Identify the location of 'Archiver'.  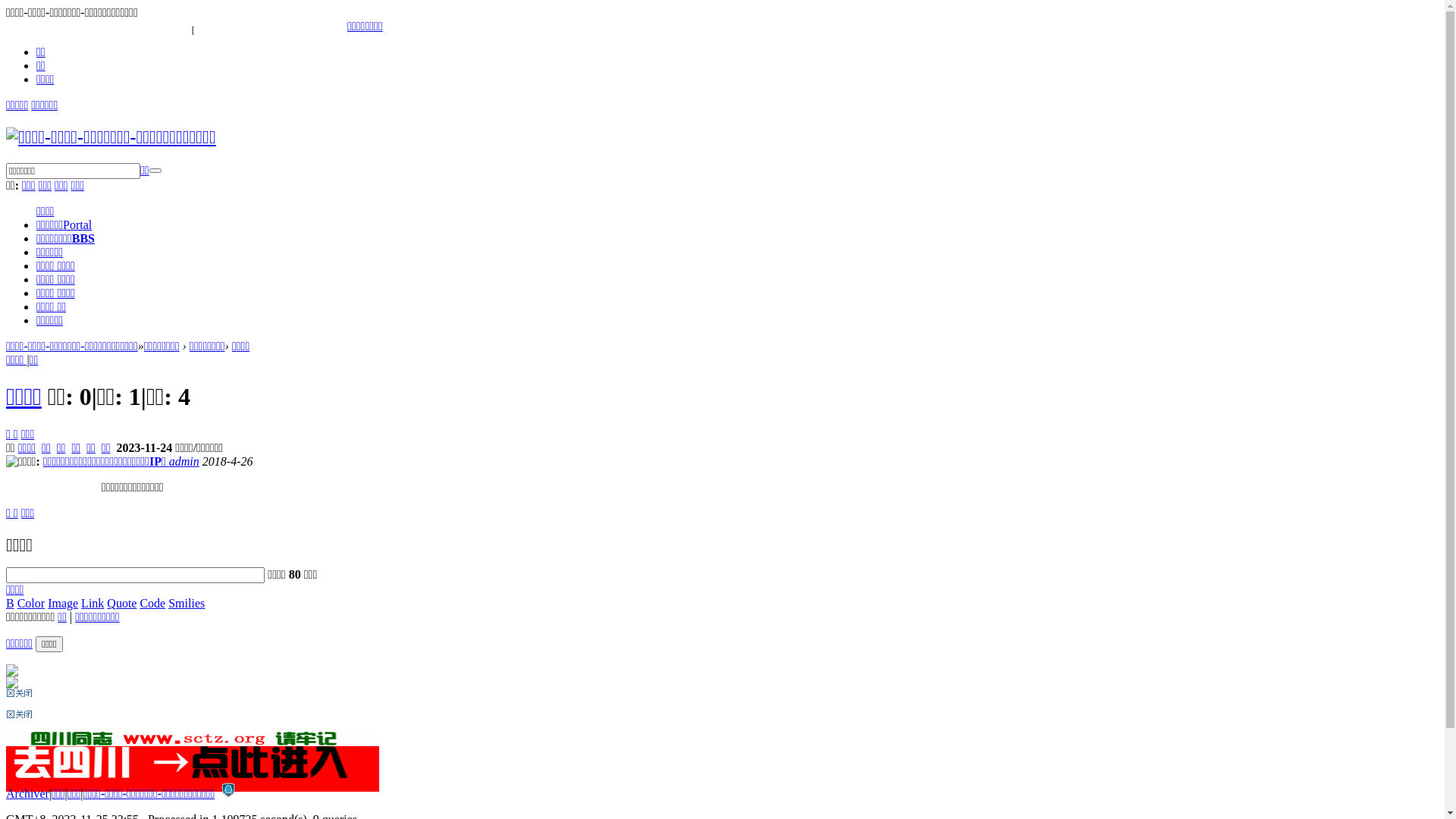
(27, 792).